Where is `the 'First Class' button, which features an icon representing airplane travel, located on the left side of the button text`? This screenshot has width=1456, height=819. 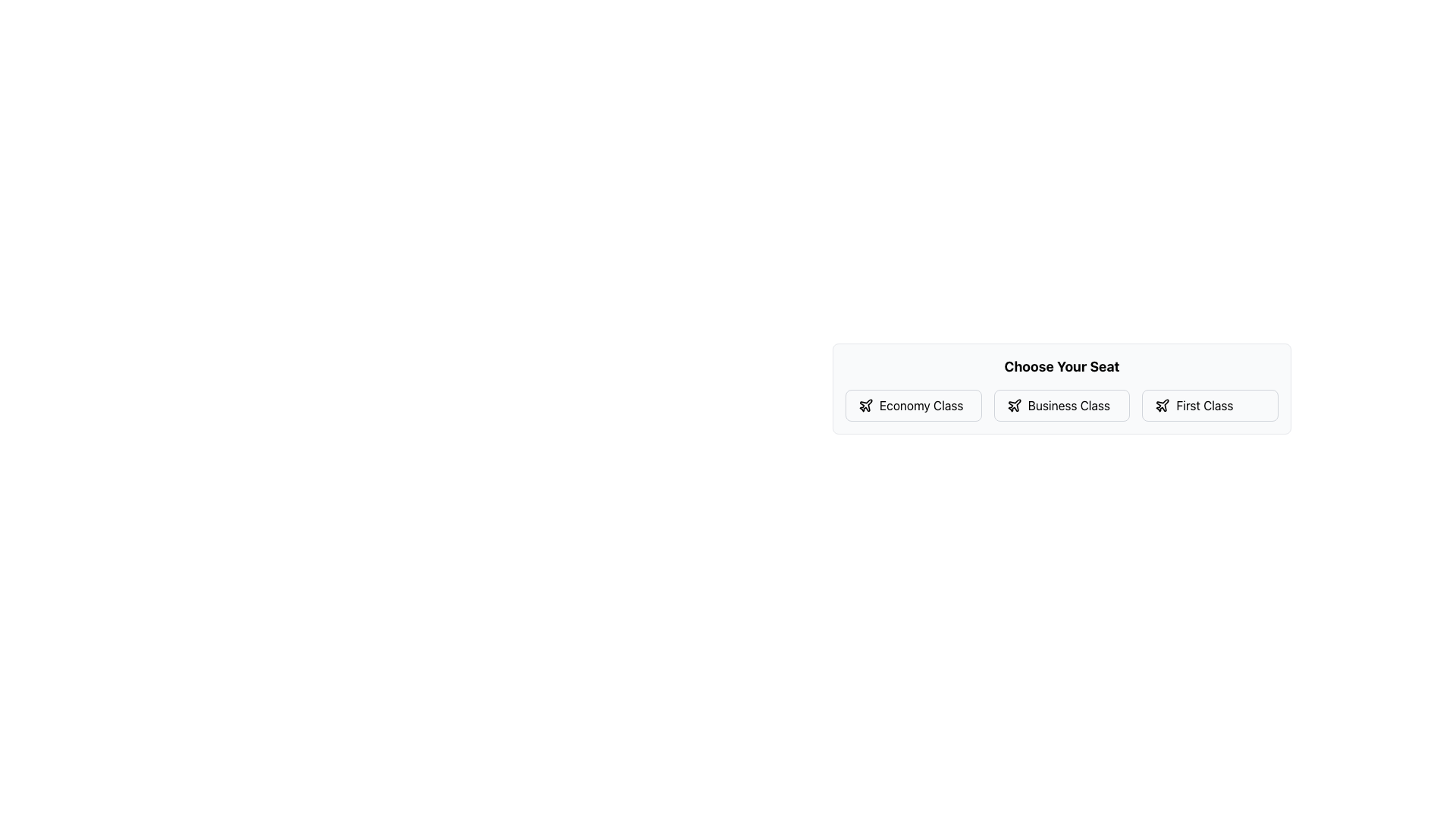
the 'First Class' button, which features an icon representing airplane travel, located on the left side of the button text is located at coordinates (1162, 405).